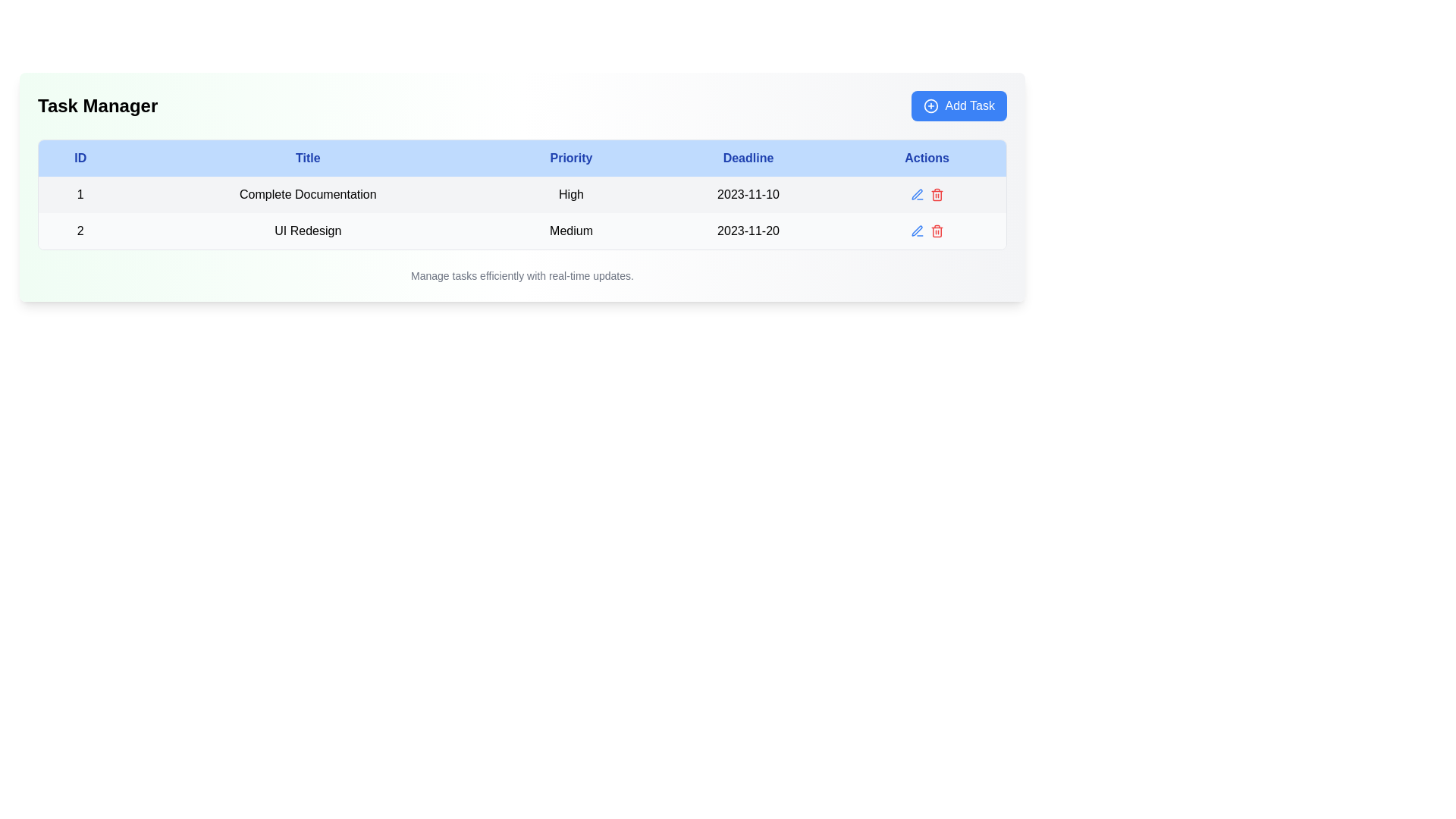 The height and width of the screenshot is (819, 1456). I want to click on the static text displaying the date '2023-11-10' located in the fourth column of the first row of the table under the 'Deadline' header, so click(748, 194).